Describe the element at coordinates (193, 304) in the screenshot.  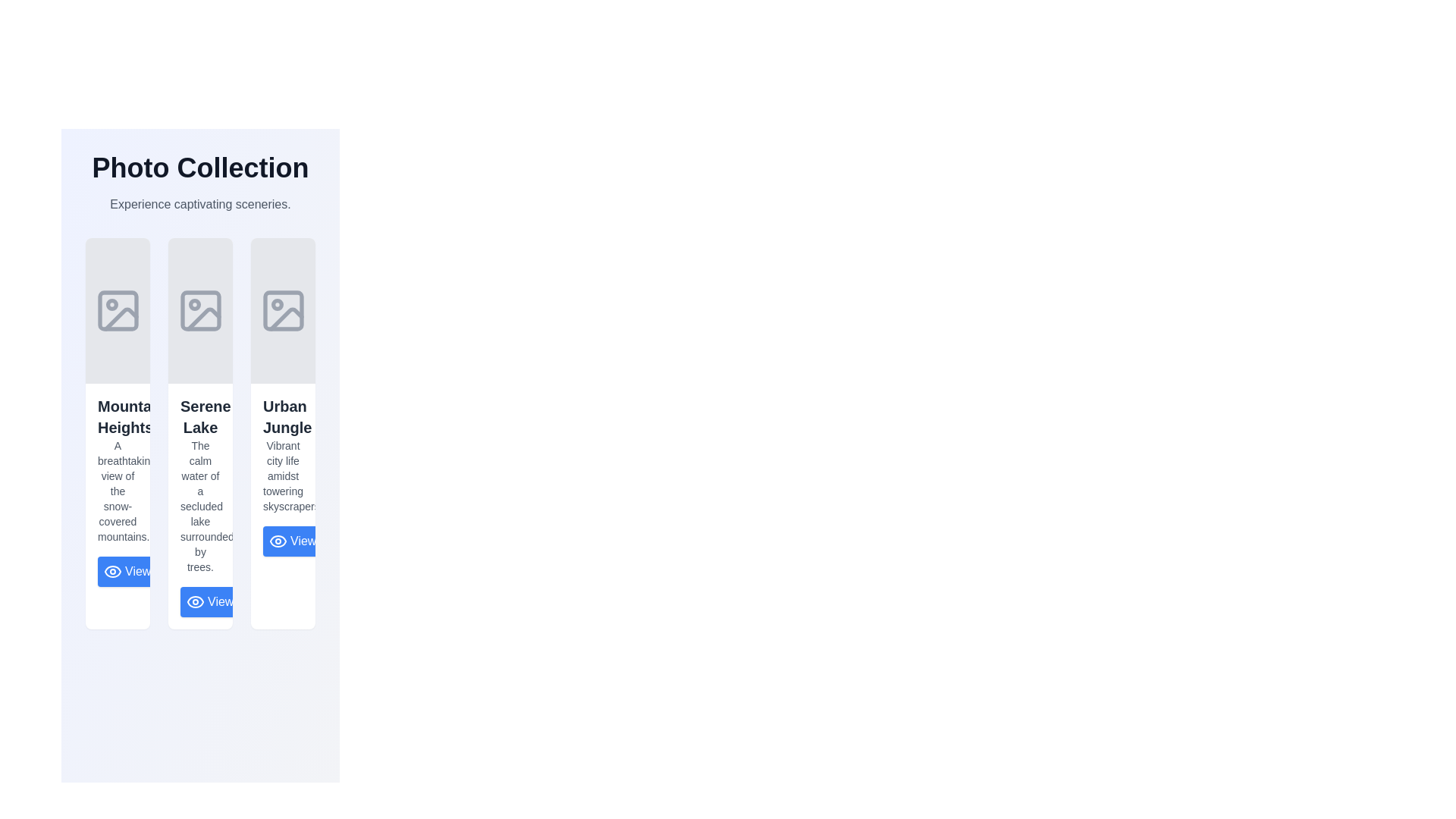
I see `Decorative Icon element, which is a small circular shape located at the center of the image placeholder icon in the card titled 'Serene Lake', the middle card in a row of three cards` at that location.